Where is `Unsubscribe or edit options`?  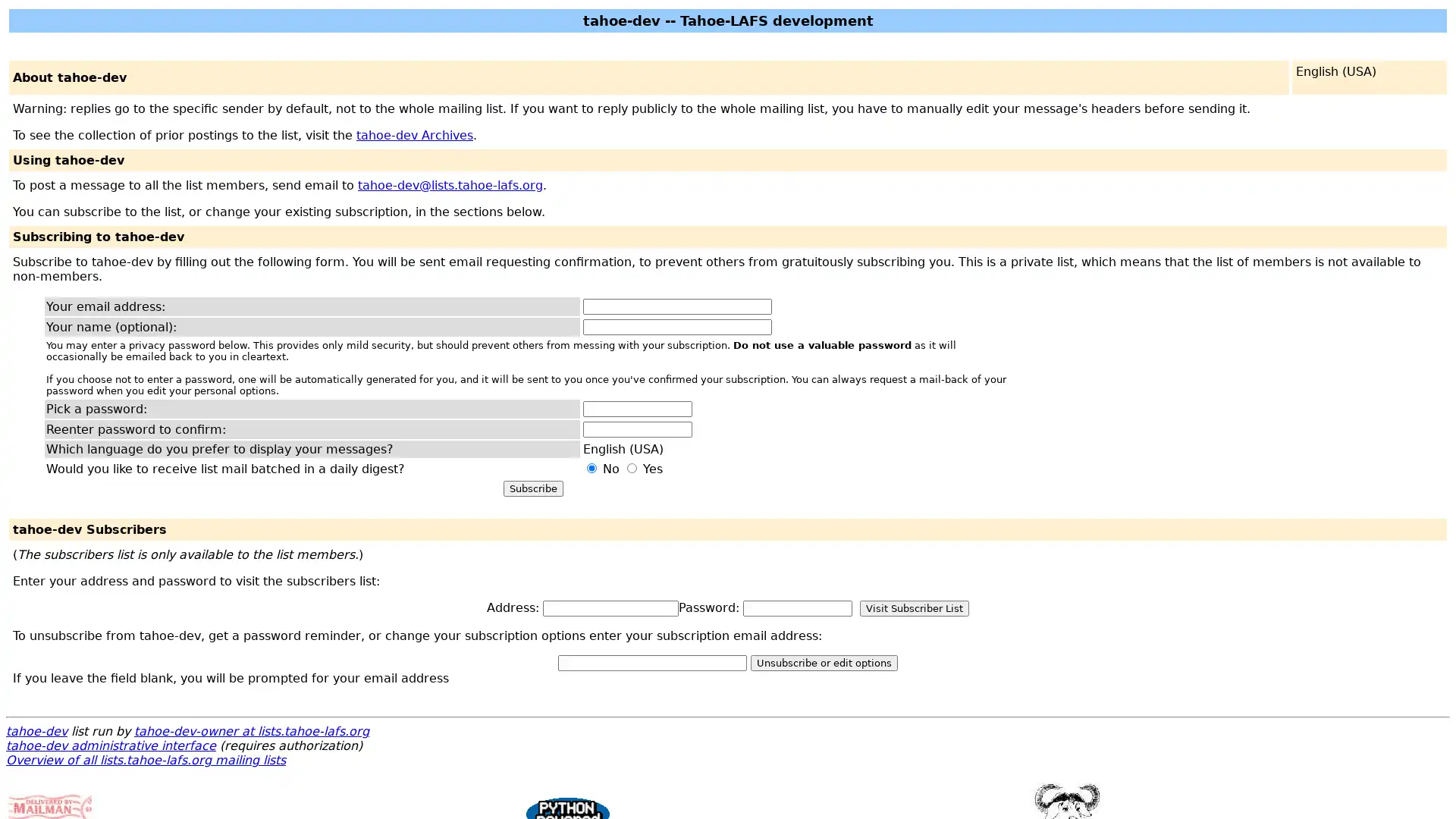 Unsubscribe or edit options is located at coordinates (823, 662).